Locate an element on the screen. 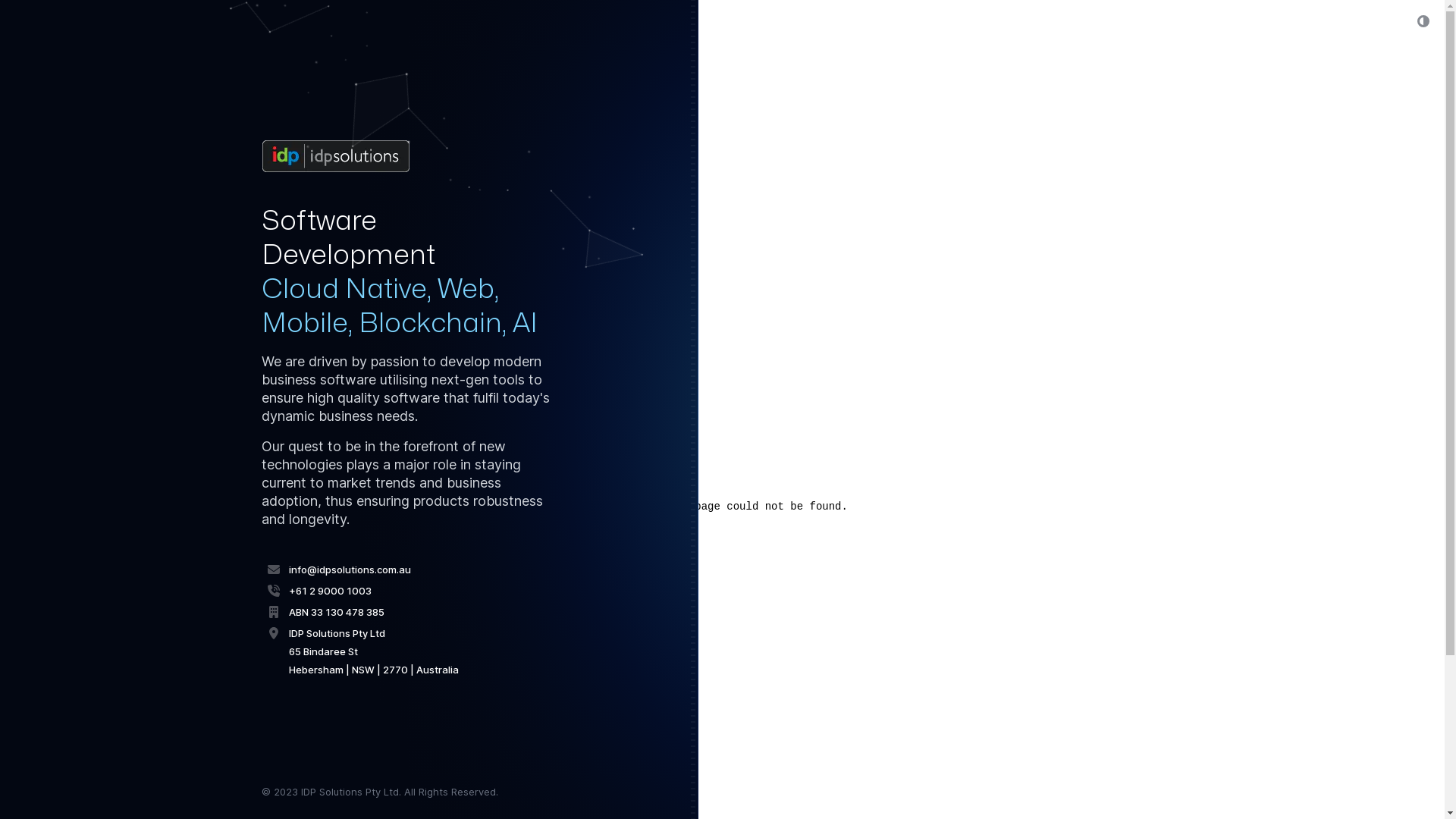  'Switch to dark theme' is located at coordinates (1405, 20).